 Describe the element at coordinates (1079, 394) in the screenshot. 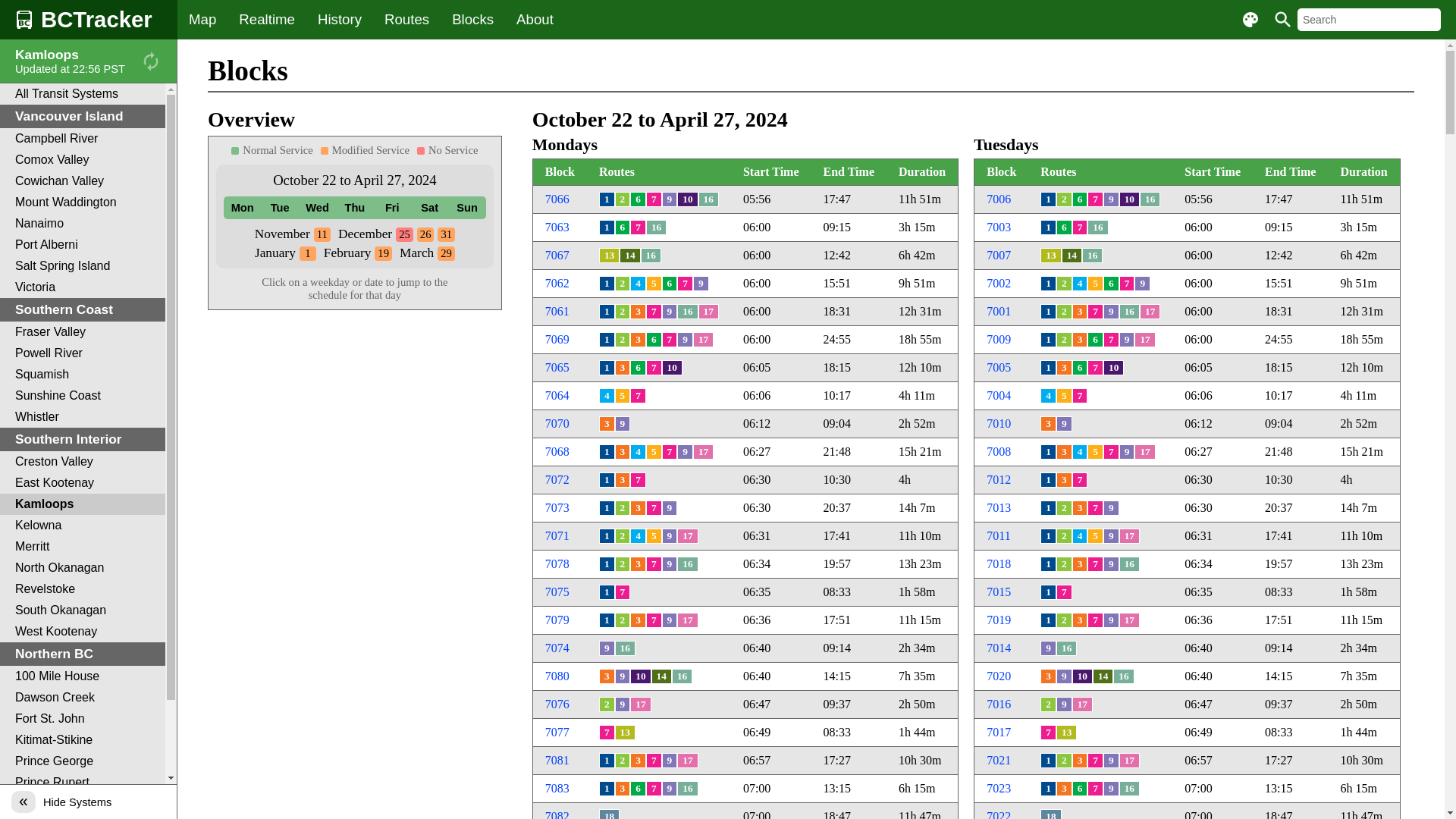

I see `'7'` at that location.